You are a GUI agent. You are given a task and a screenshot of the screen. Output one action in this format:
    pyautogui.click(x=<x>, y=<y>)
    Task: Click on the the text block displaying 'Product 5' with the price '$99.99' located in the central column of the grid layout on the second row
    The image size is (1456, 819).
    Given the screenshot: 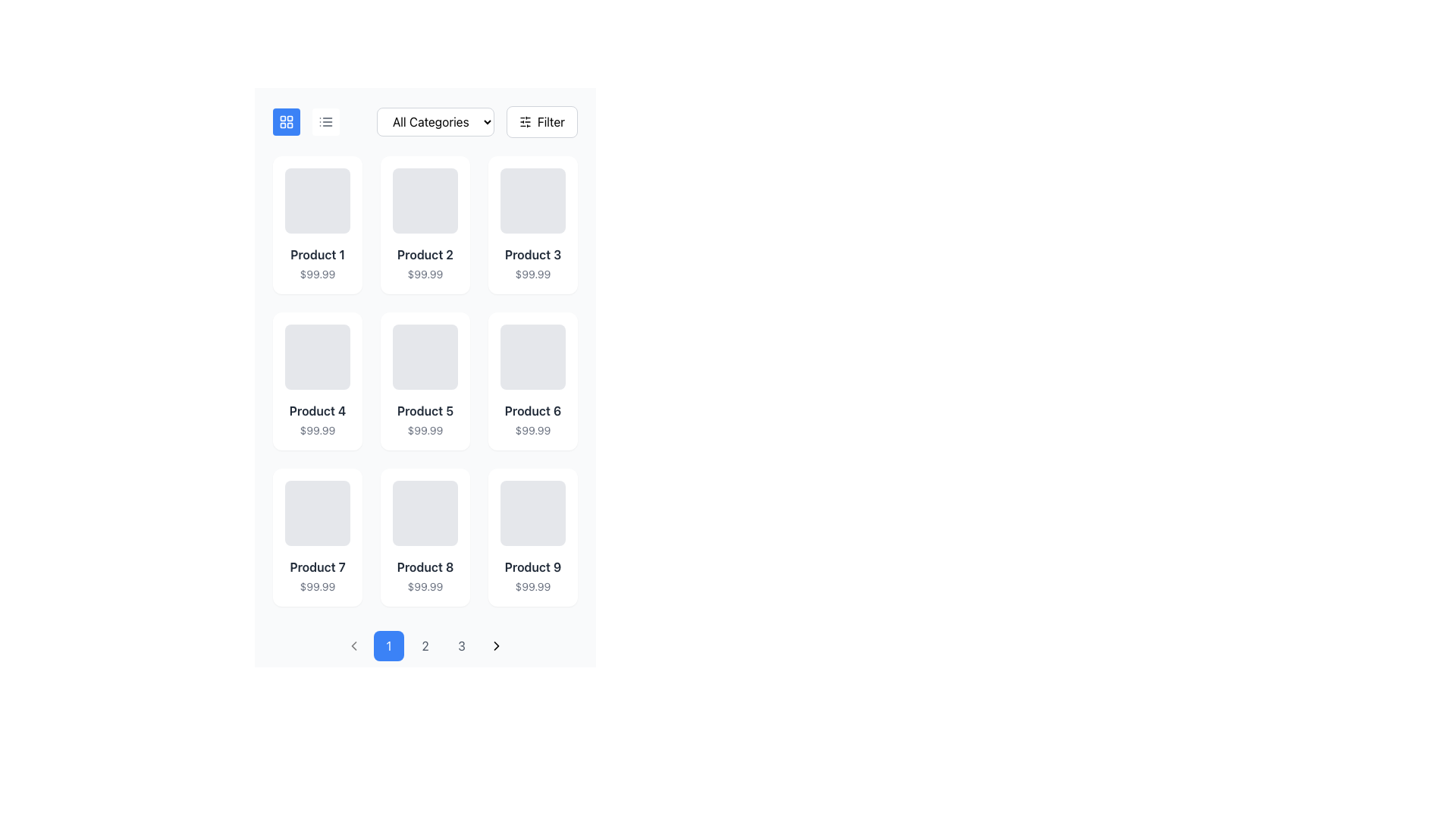 What is the action you would take?
    pyautogui.click(x=425, y=420)
    